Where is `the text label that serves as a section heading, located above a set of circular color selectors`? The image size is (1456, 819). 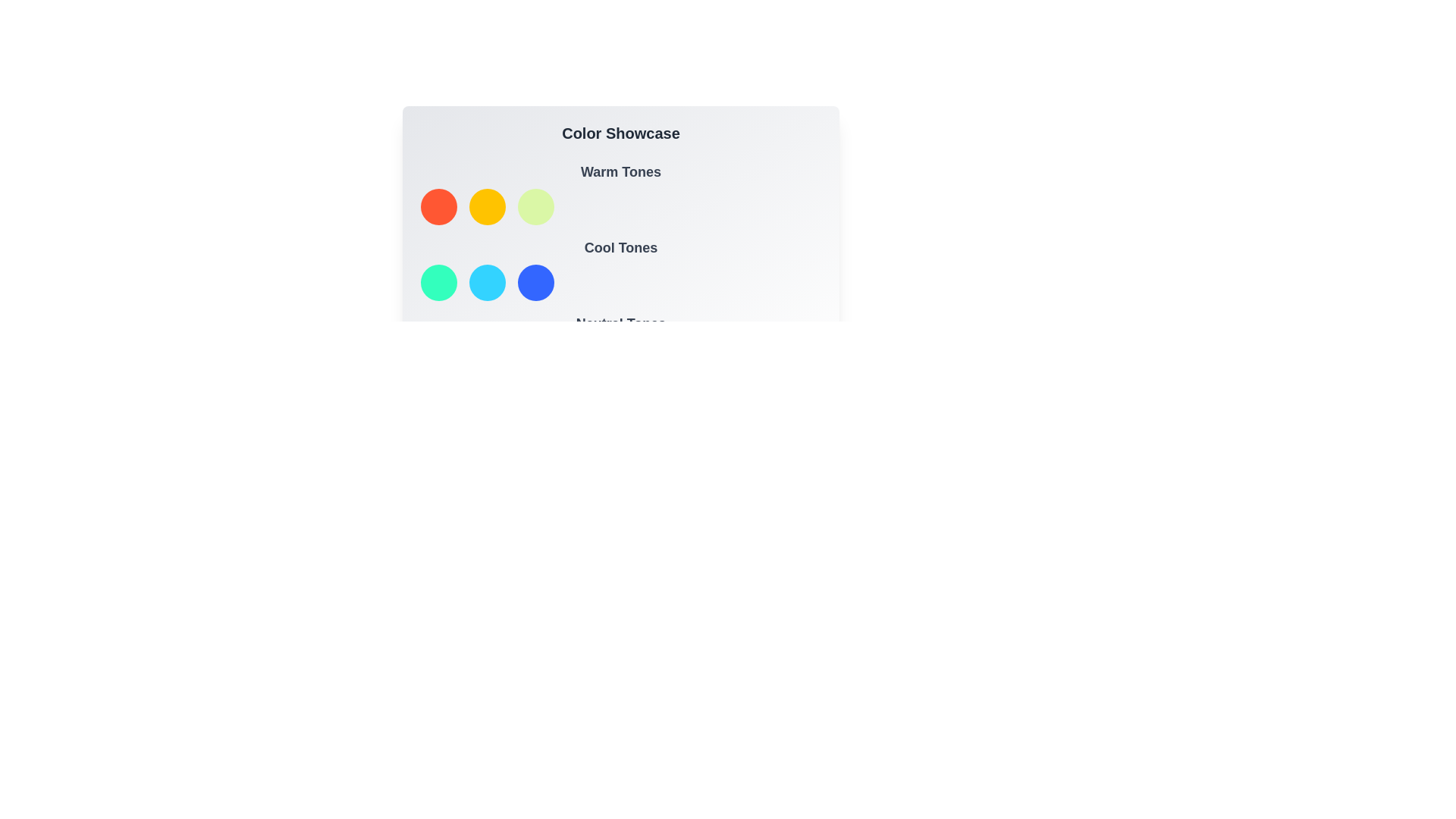 the text label that serves as a section heading, located above a set of circular color selectors is located at coordinates (621, 171).